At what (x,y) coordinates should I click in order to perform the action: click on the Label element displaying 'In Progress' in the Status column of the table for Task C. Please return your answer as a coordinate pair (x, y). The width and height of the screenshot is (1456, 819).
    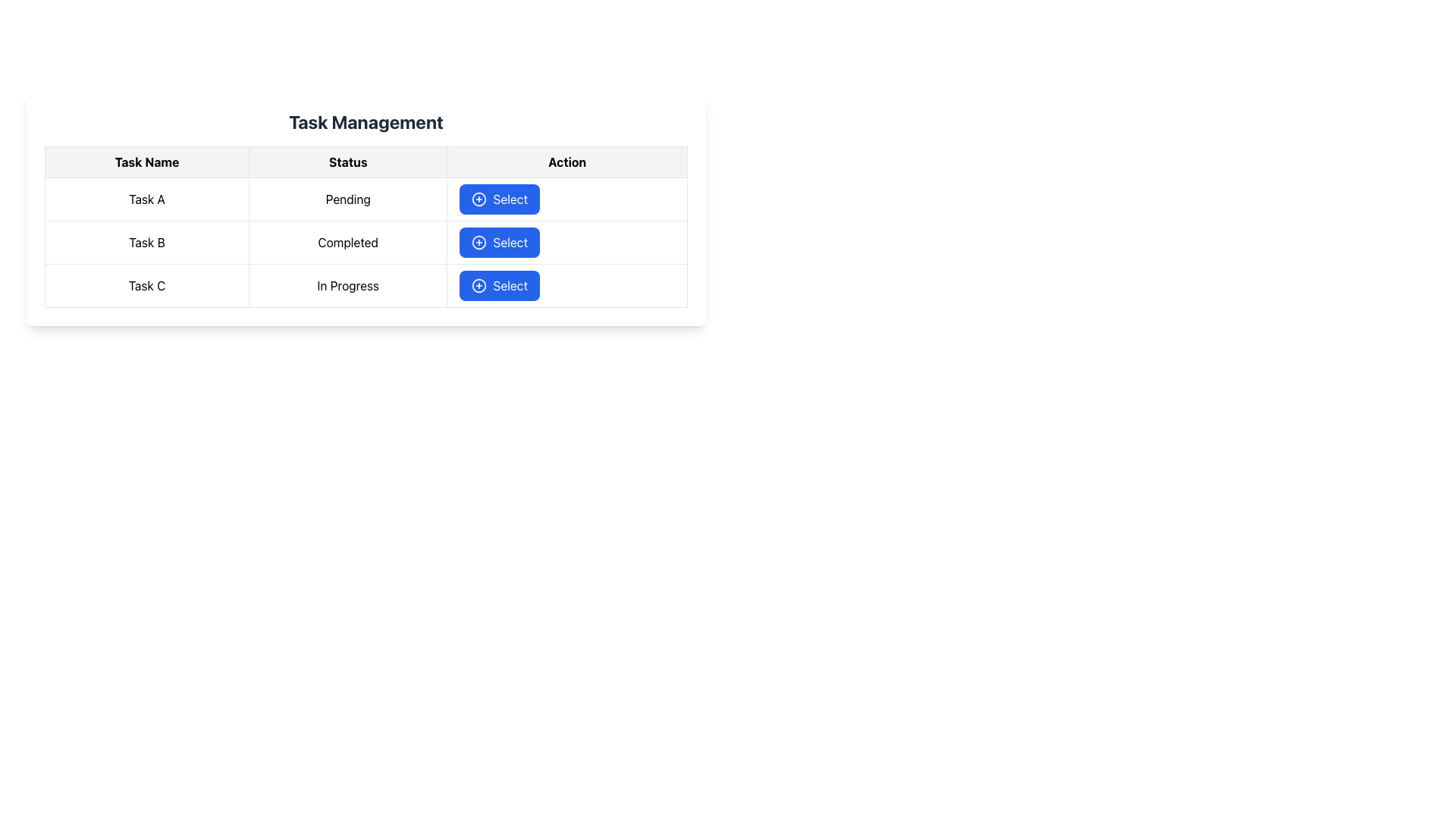
    Looking at the image, I should click on (347, 286).